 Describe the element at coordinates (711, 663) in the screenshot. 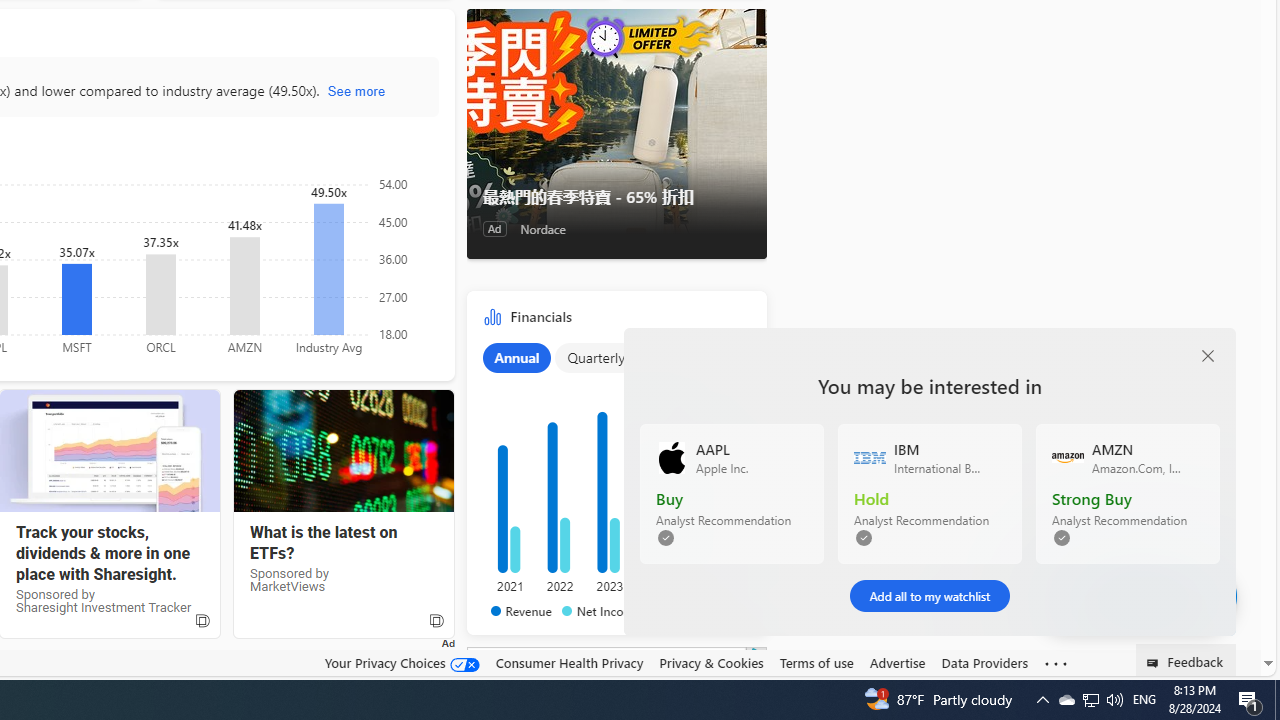

I see `'Privacy & Cookies'` at that location.